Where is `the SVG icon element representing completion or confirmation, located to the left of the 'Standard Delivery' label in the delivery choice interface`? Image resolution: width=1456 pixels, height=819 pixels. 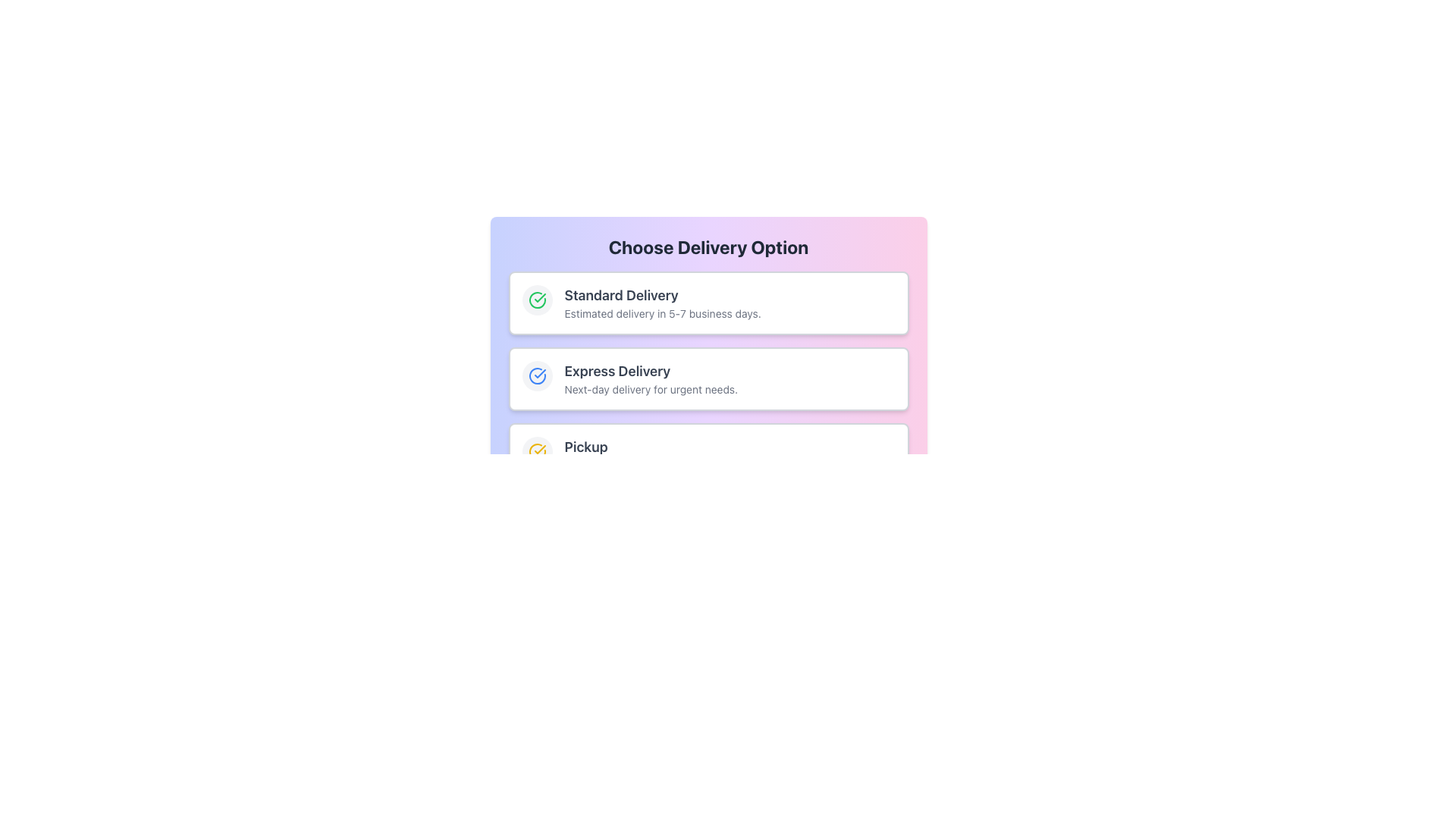 the SVG icon element representing completion or confirmation, located to the left of the 'Standard Delivery' label in the delivery choice interface is located at coordinates (537, 300).